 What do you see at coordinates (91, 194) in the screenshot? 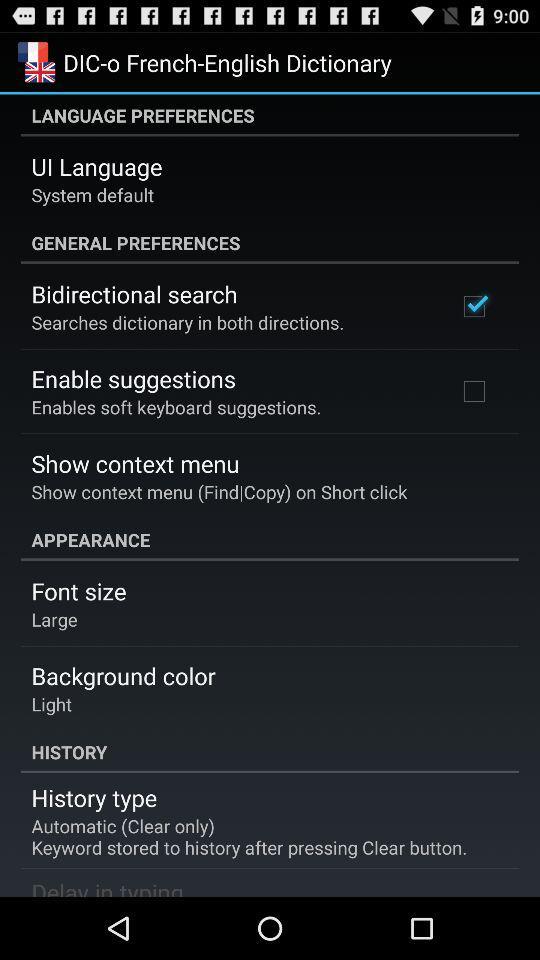
I see `the app below ui language` at bounding box center [91, 194].